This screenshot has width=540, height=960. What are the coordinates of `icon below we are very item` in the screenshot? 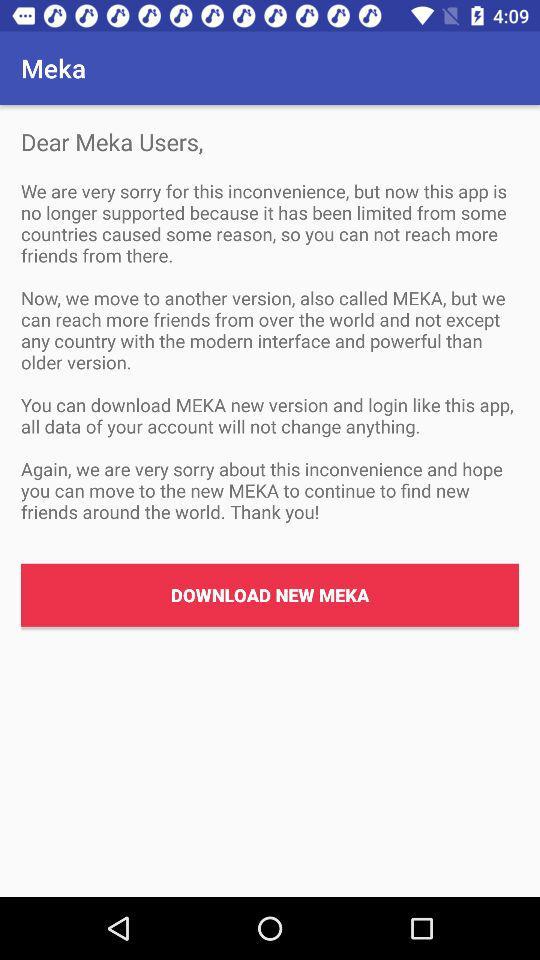 It's located at (270, 595).